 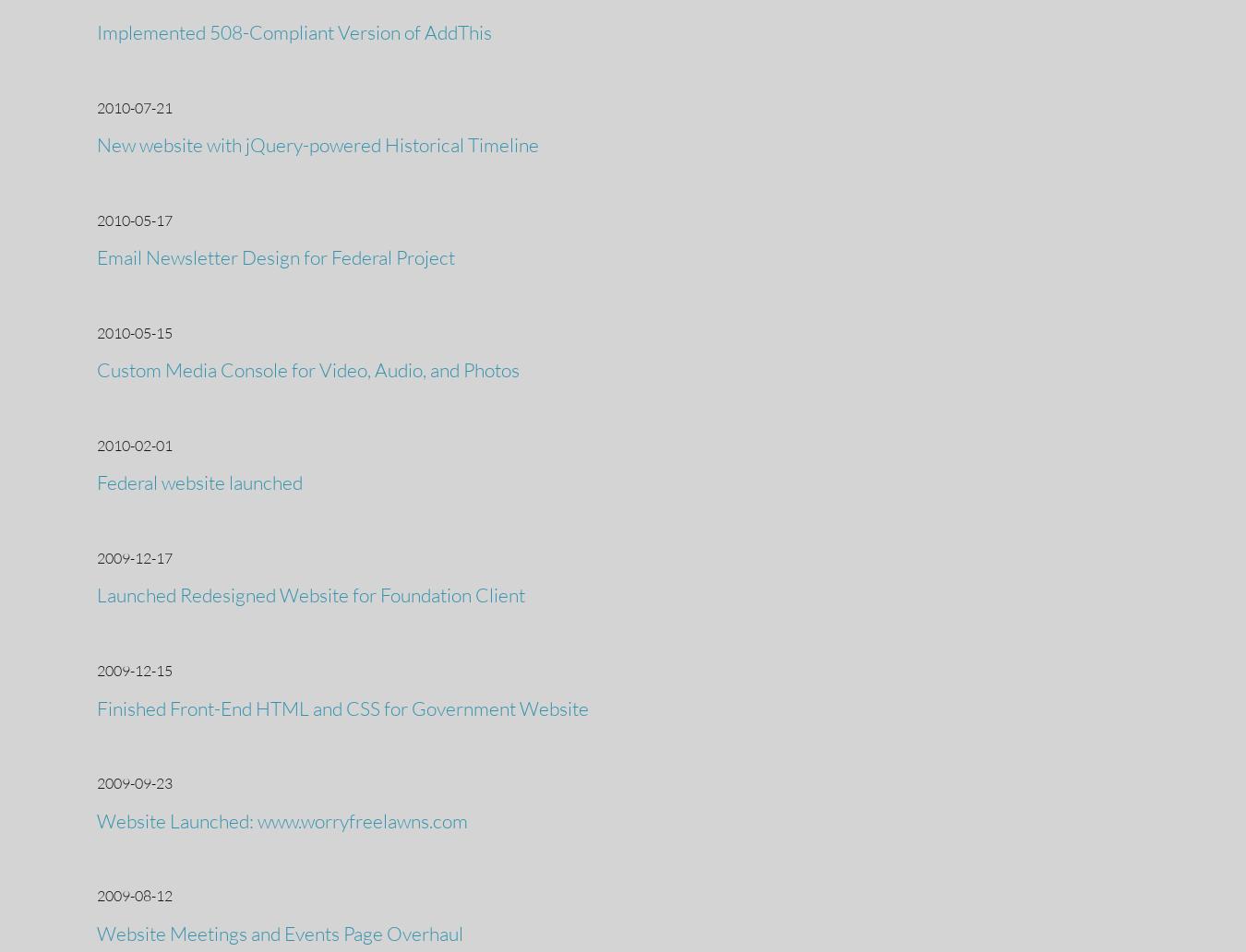 What do you see at coordinates (134, 218) in the screenshot?
I see `'2010-05-17'` at bounding box center [134, 218].